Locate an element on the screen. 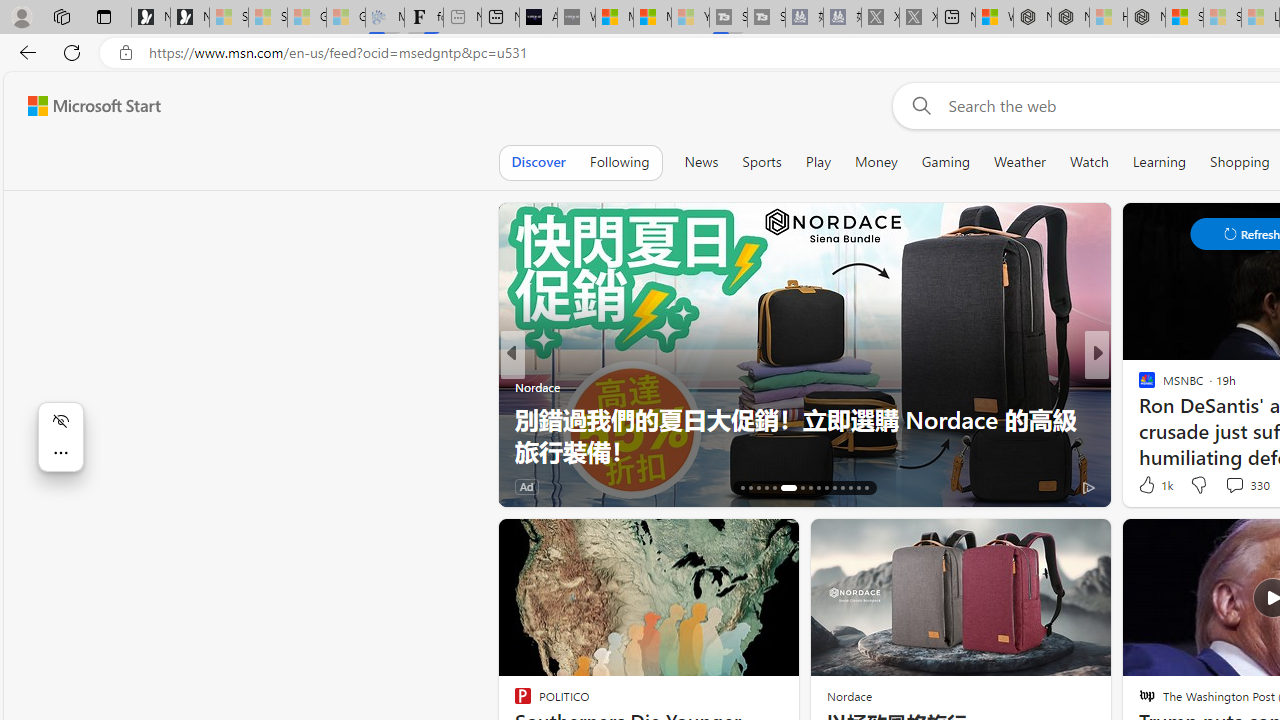 The height and width of the screenshot is (720, 1280). 'View comments 55 Comment' is located at coordinates (1237, 486).